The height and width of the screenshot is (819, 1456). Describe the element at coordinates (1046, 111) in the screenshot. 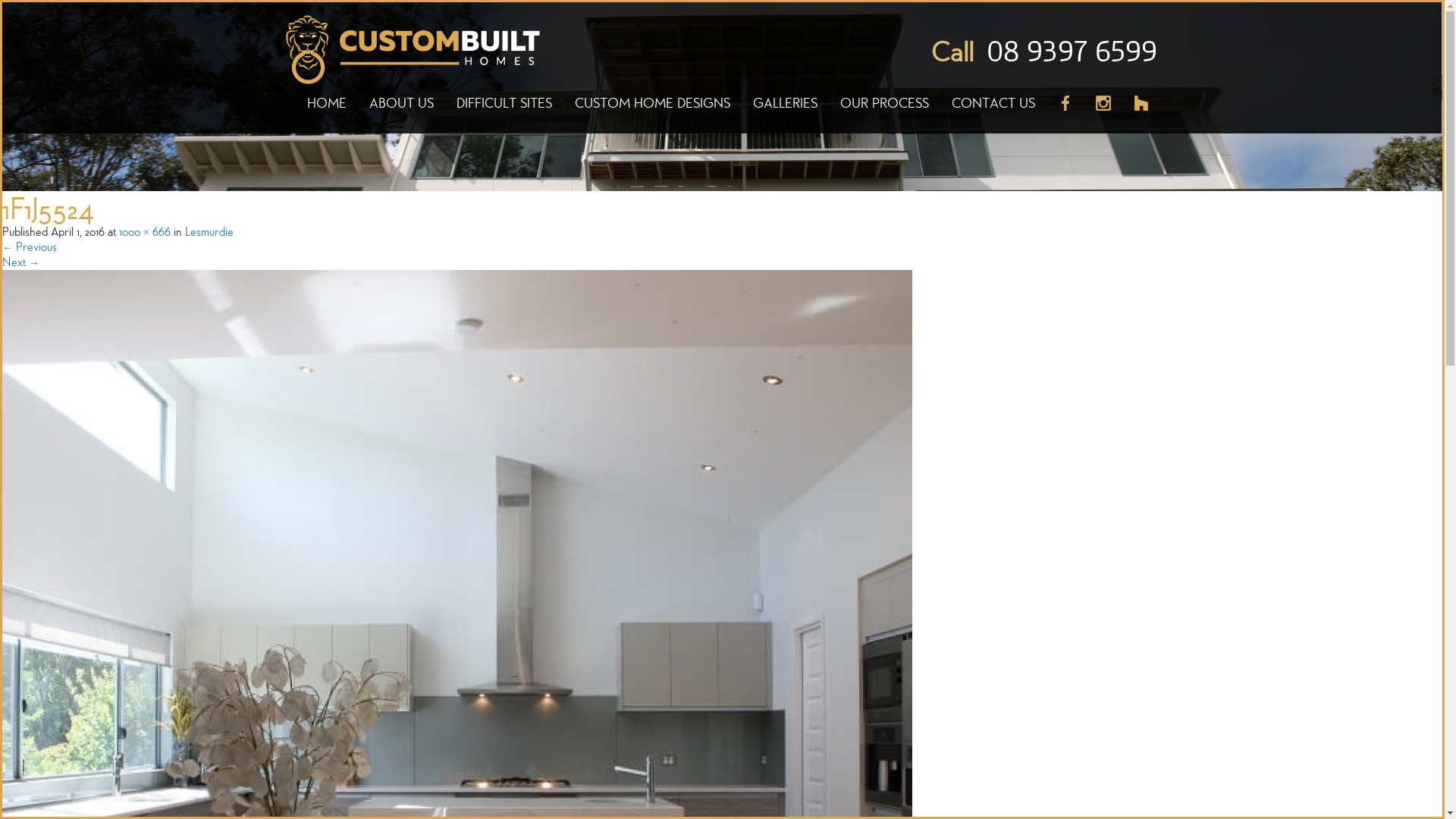

I see `'<span class="icon-facebook"></span>'` at that location.